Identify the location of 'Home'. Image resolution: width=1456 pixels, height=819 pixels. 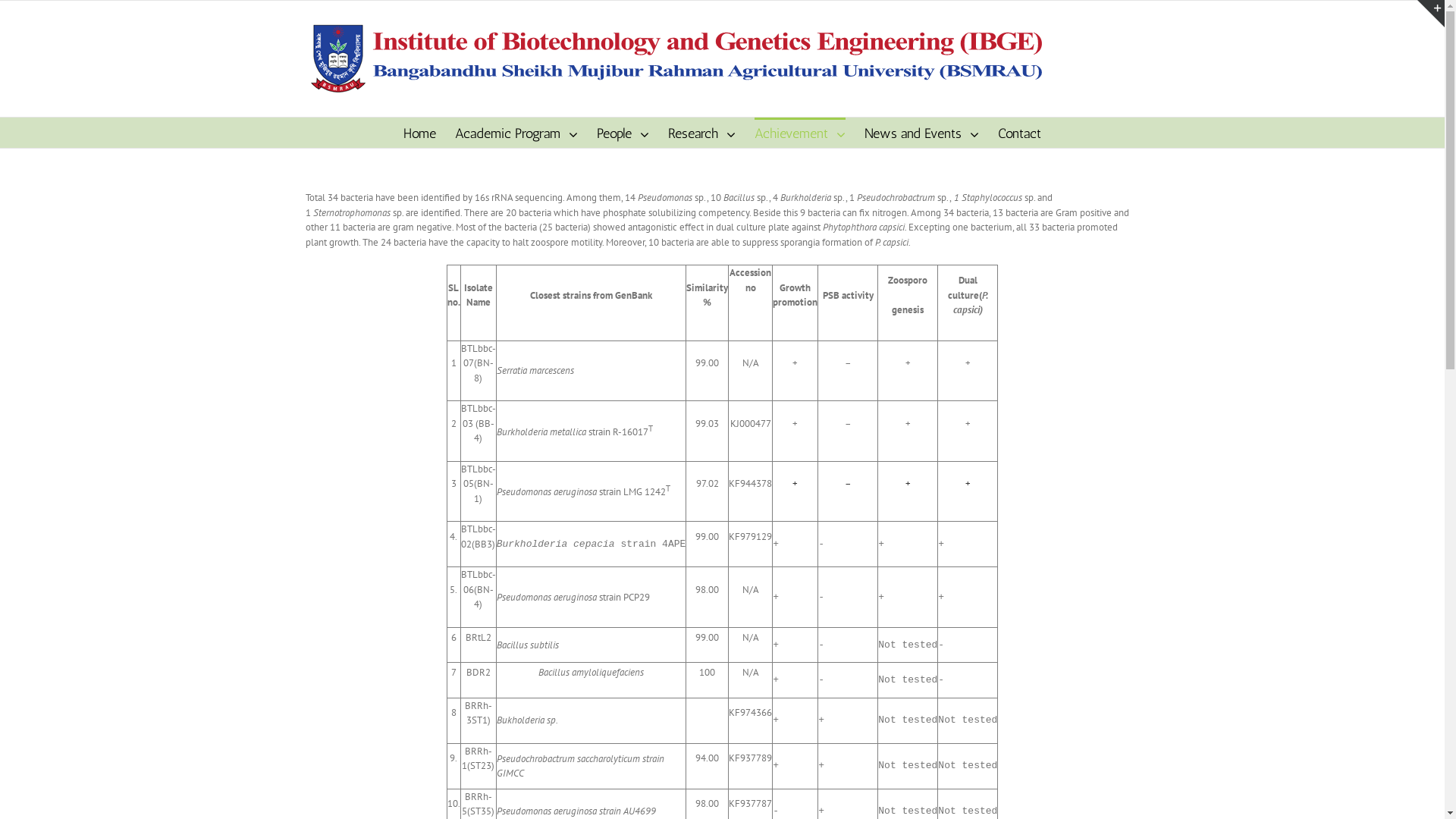
(419, 131).